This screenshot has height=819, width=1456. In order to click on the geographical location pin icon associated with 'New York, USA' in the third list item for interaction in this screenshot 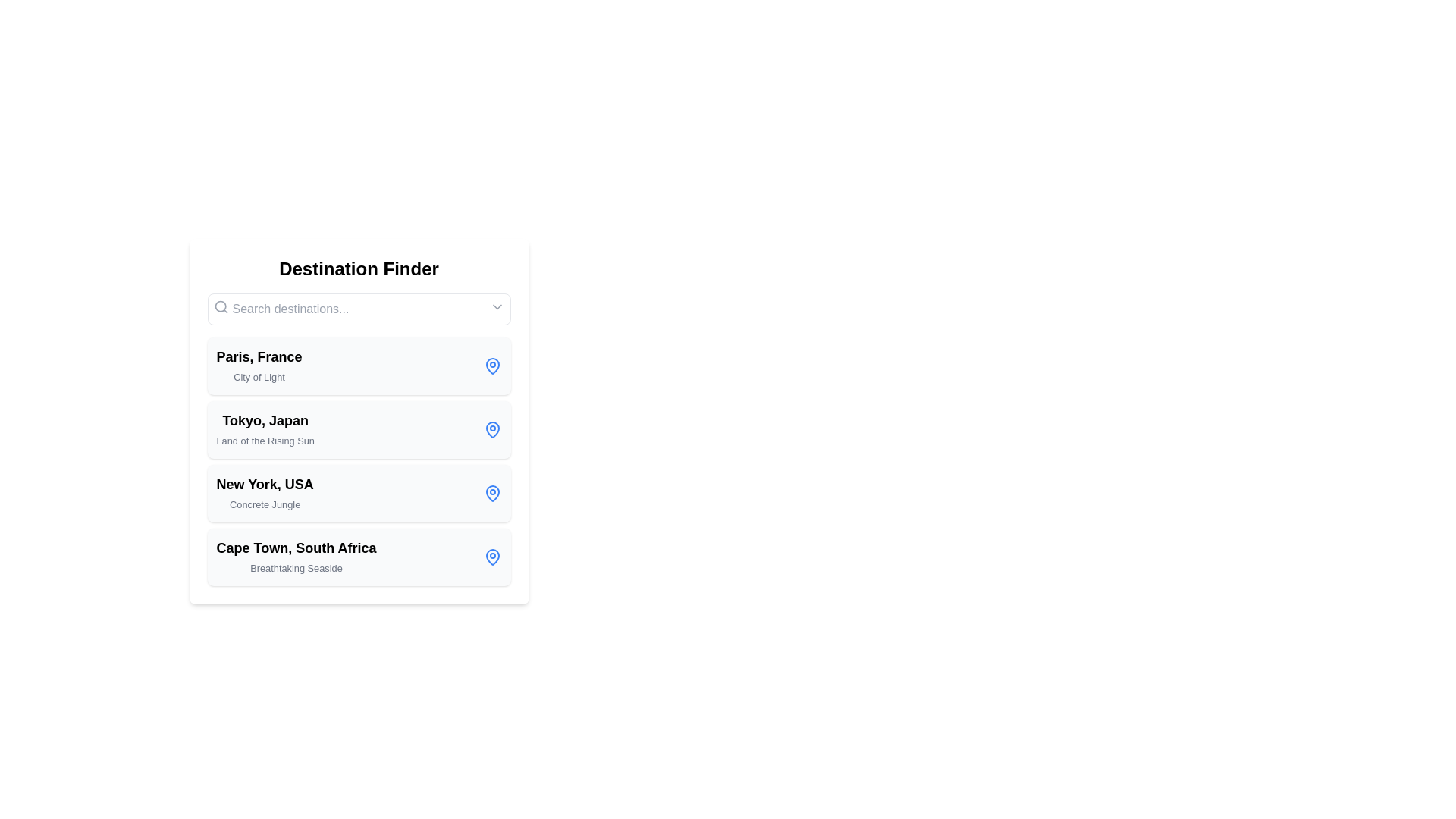, I will do `click(492, 494)`.